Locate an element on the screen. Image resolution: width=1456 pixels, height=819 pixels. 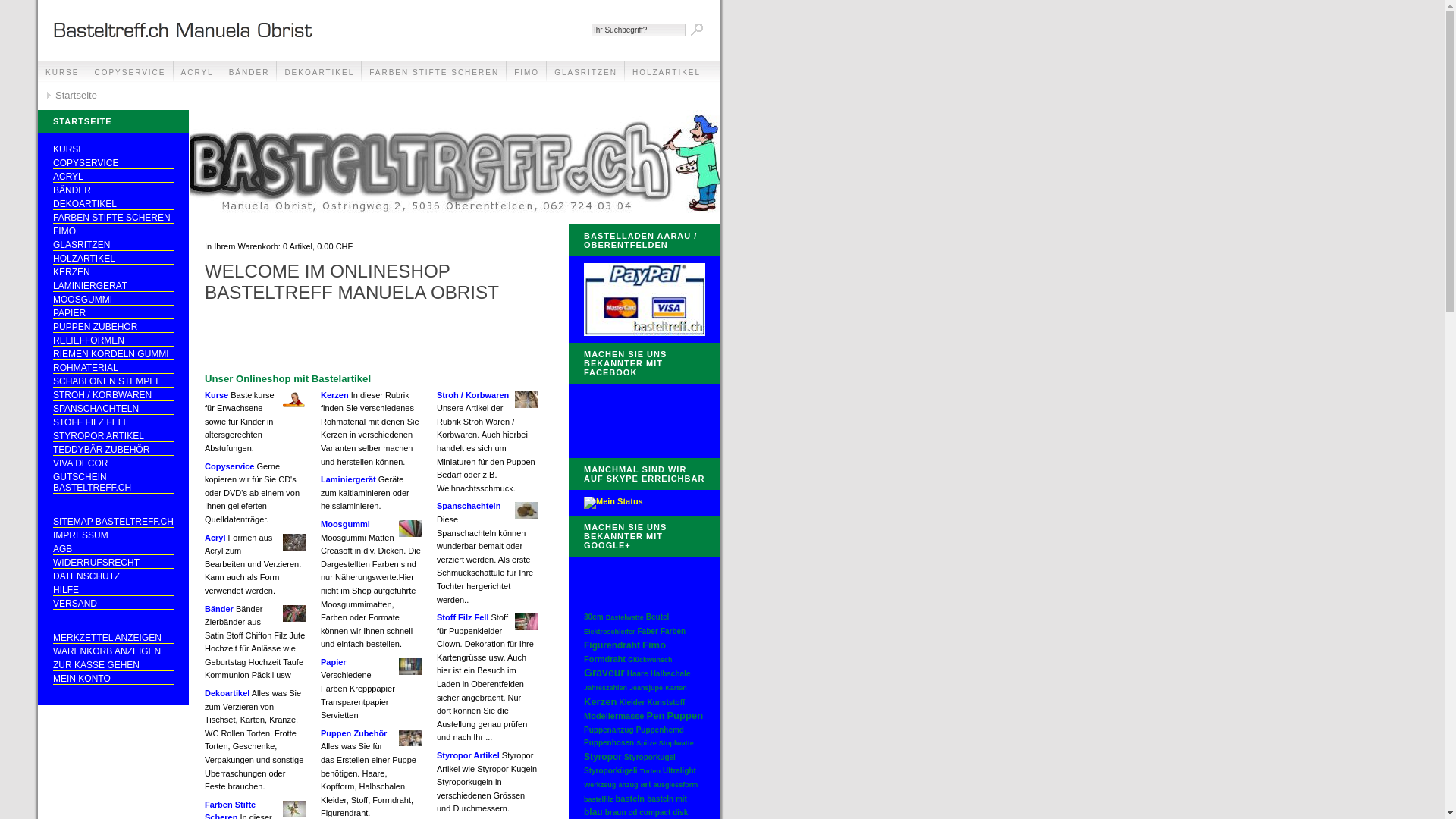
'GUTSCHEIN BASTELTREFF.CH' is located at coordinates (112, 482).